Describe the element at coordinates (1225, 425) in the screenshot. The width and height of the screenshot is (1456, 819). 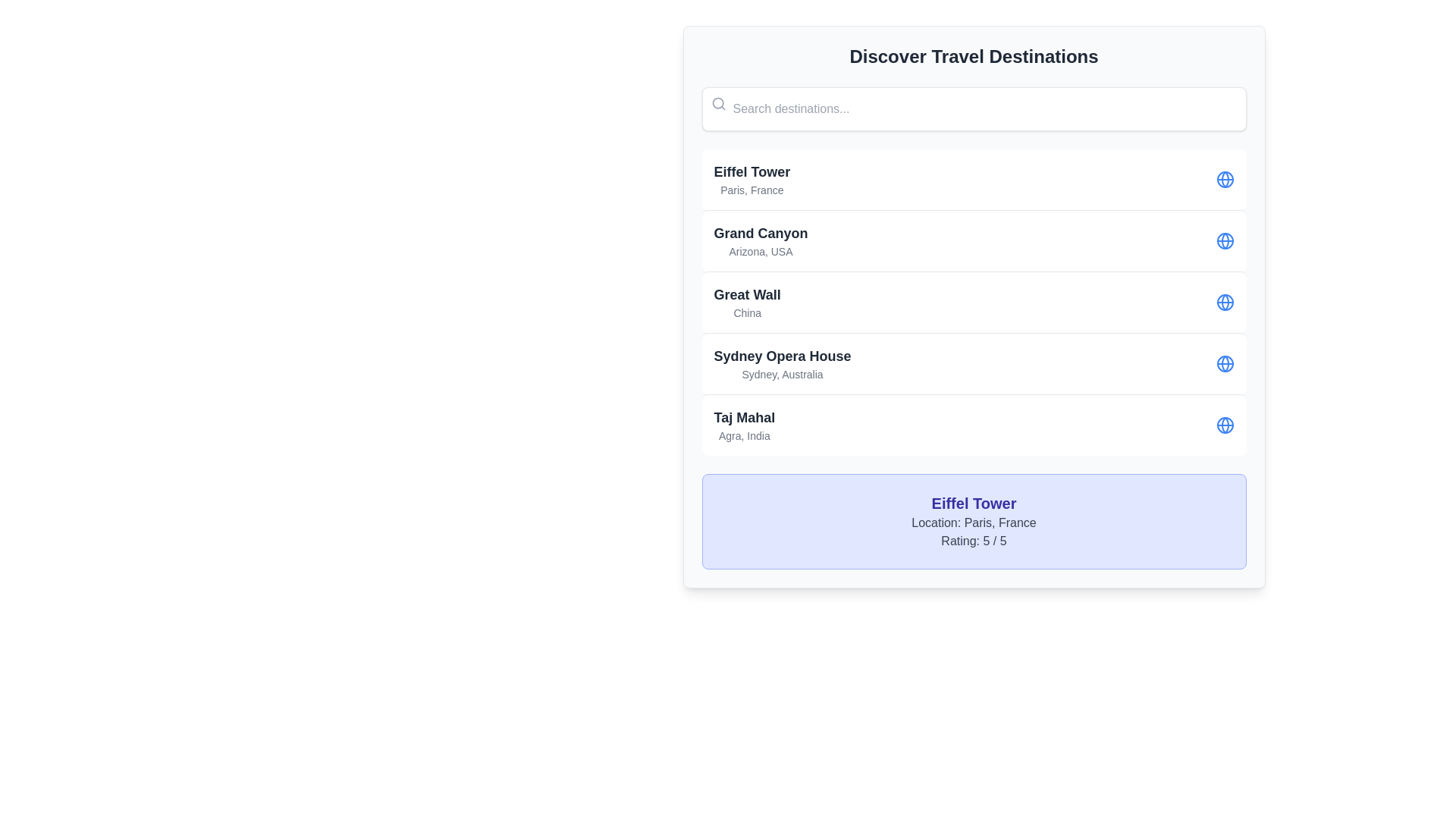
I see `the small circular UI icon with a blue stroke, located within the globe icon to the right of 'Taj Mahal, Agra, India'` at that location.